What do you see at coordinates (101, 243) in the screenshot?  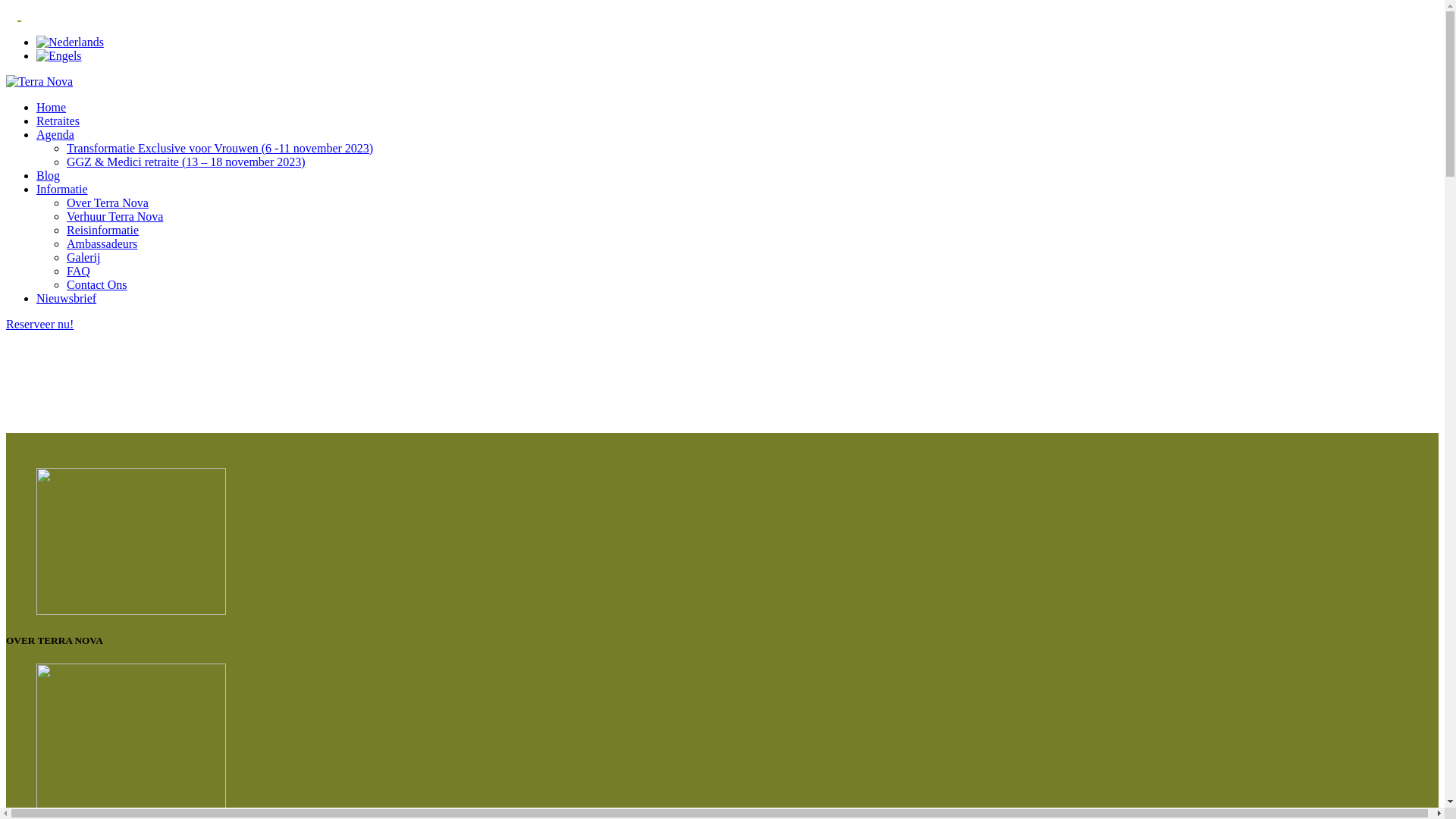 I see `'Ambassadeurs'` at bounding box center [101, 243].